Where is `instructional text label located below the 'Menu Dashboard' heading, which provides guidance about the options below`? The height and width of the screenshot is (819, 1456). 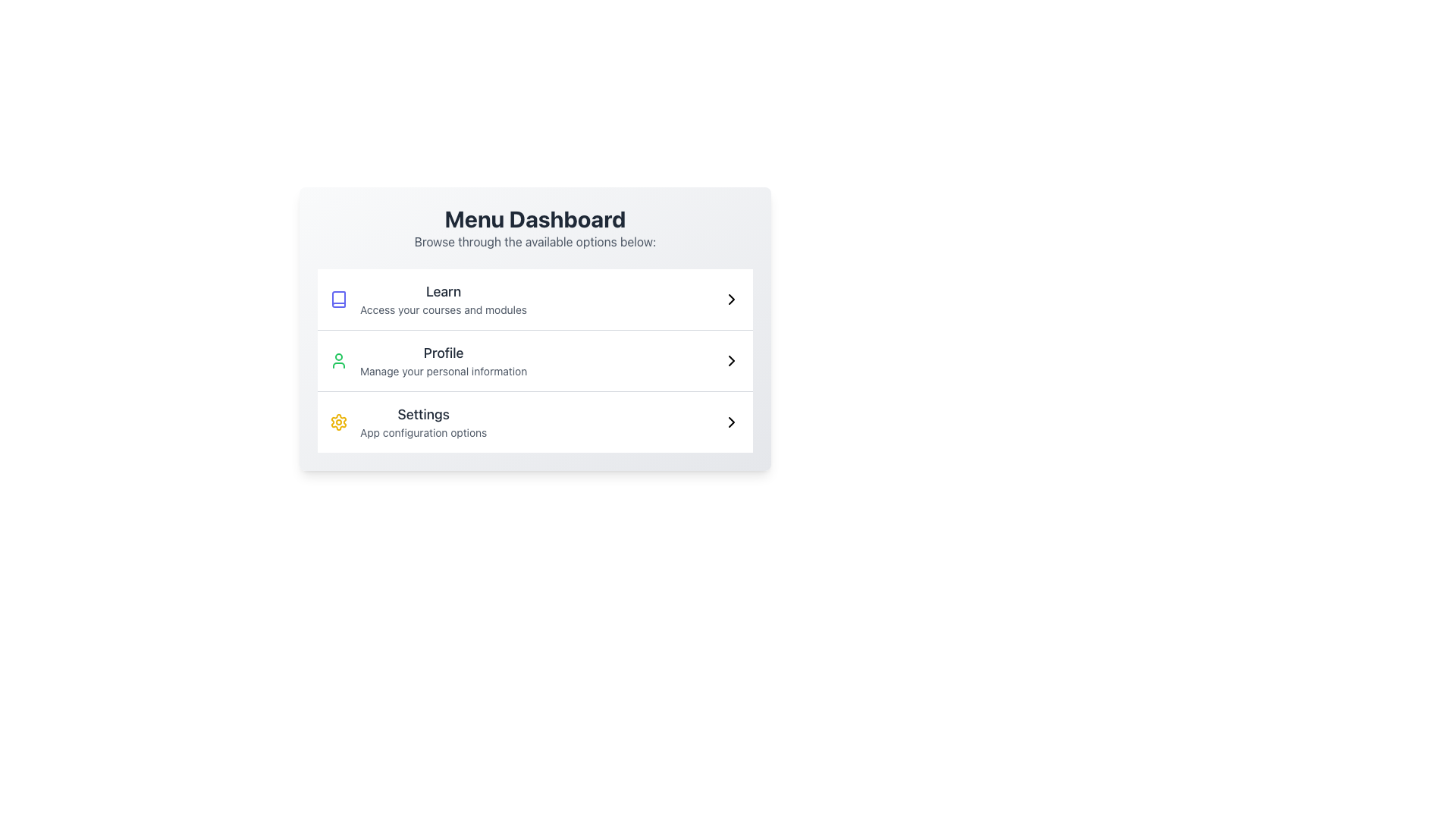
instructional text label located below the 'Menu Dashboard' heading, which provides guidance about the options below is located at coordinates (535, 241).